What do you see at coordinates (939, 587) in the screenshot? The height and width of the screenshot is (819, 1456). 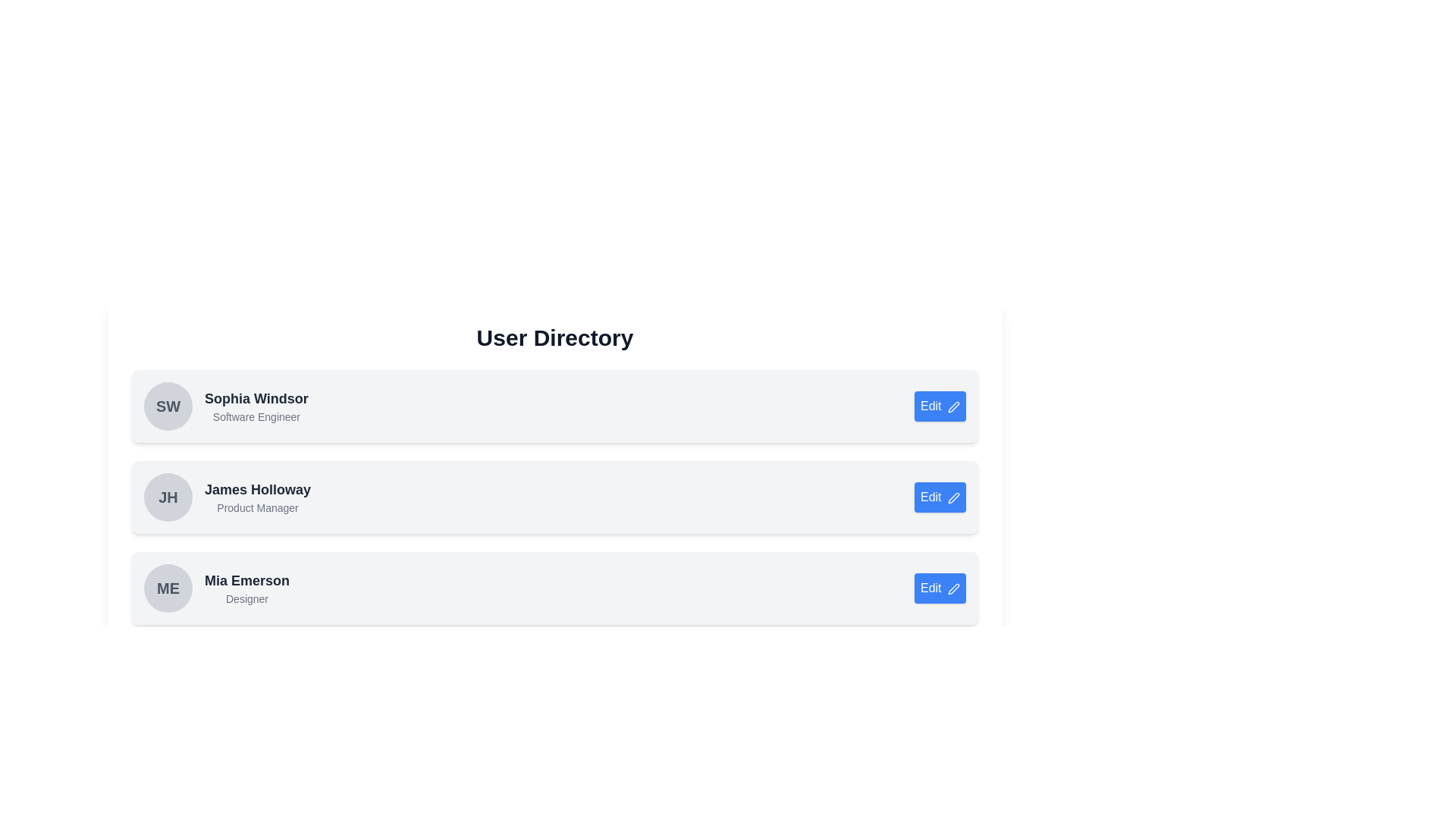 I see `the edit button located at the bottom-right of Mia Emerson's user info card` at bounding box center [939, 587].